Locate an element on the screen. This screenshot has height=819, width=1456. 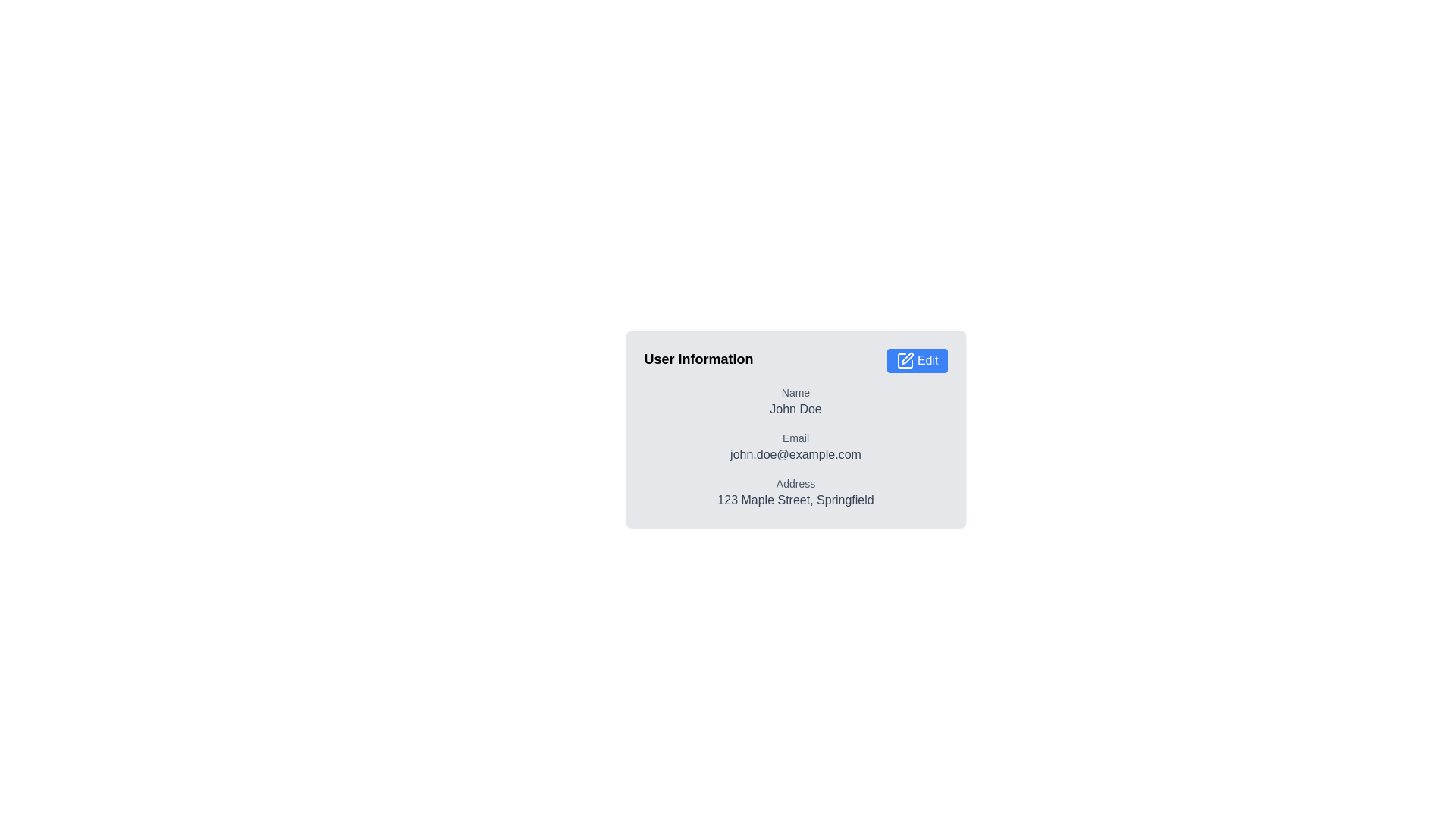
the label element that displays the text 'Name', which is styled with a small-sized font and light gray color, located above the name 'John Doe' is located at coordinates (795, 391).